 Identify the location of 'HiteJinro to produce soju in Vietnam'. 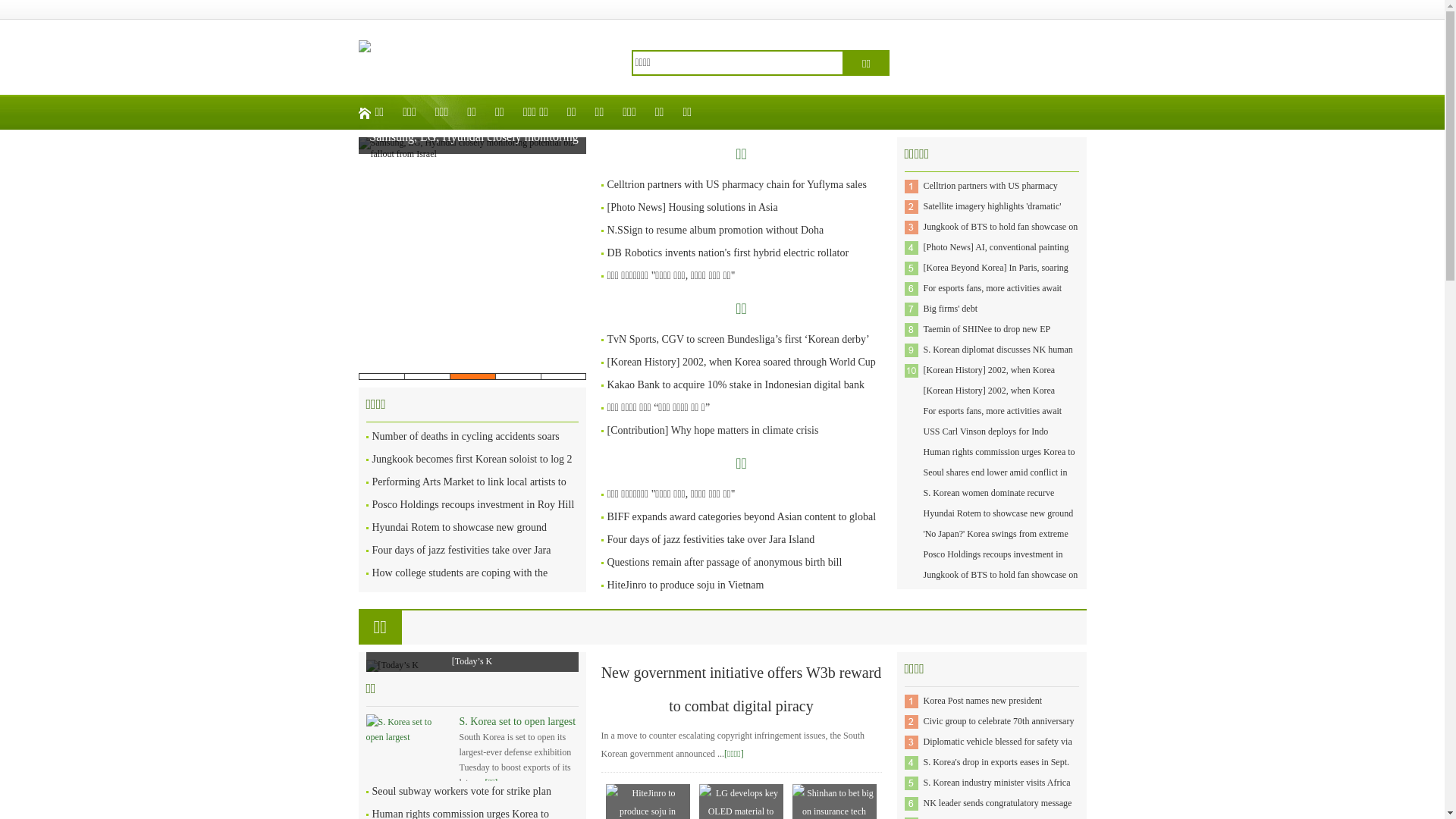
(684, 584).